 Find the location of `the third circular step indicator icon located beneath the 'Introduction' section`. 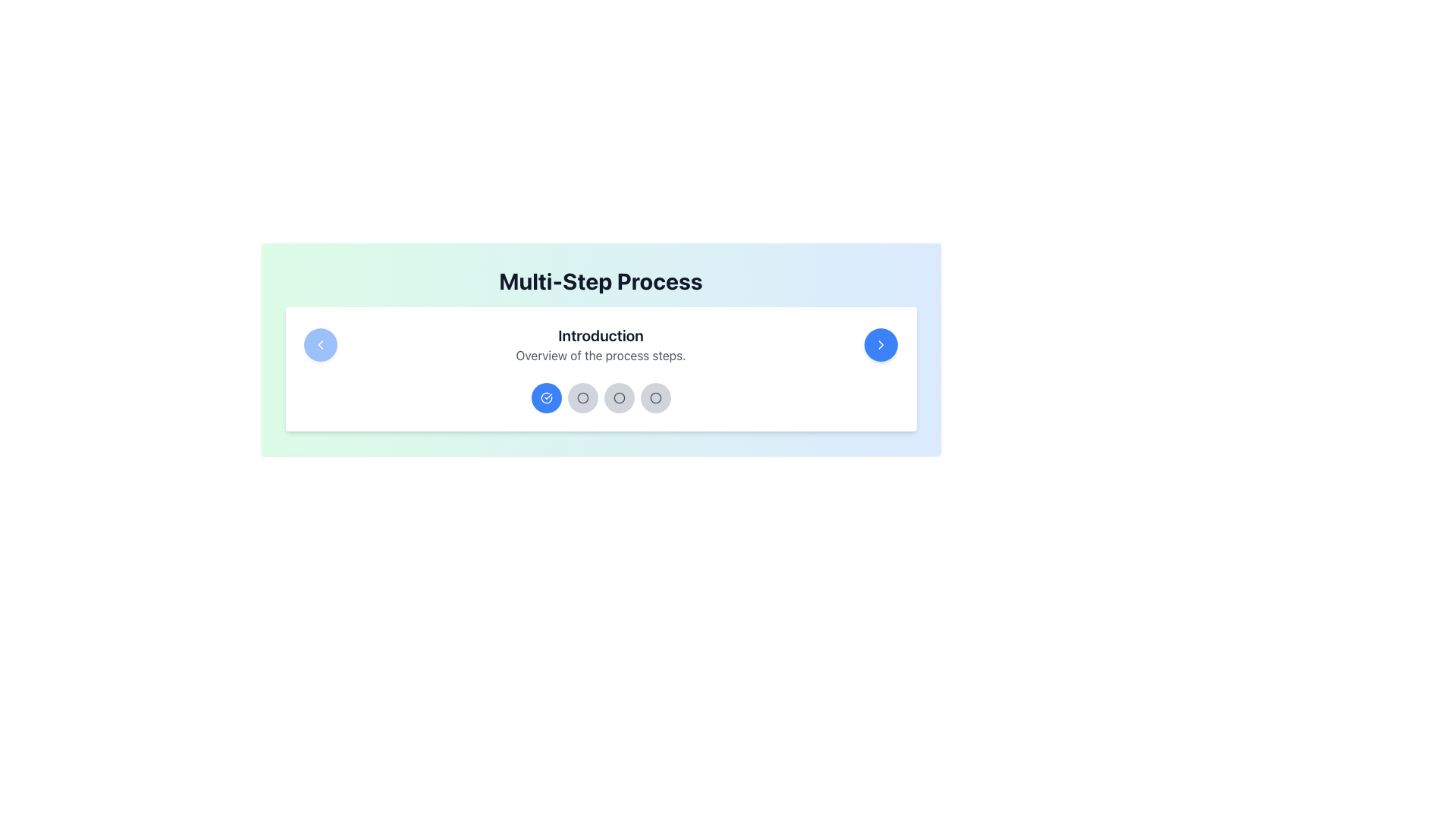

the third circular step indicator icon located beneath the 'Introduction' section is located at coordinates (655, 397).